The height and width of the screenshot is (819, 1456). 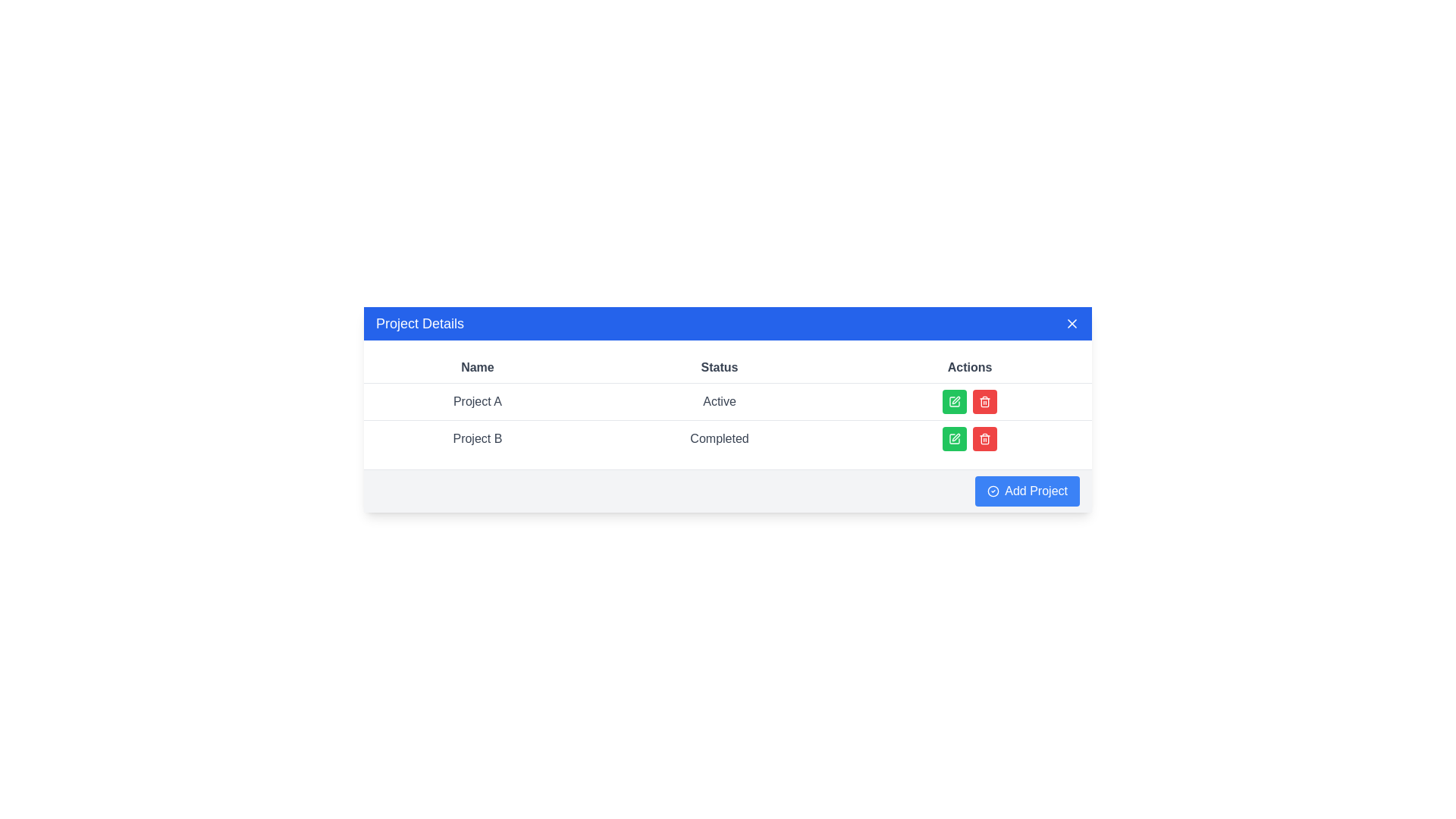 I want to click on the circular boundary indicator within the SVG graphic, located at the center of the check mark icon adjacent to the 'Completed' label in the 'Status' column of the second row of the table, so click(x=993, y=491).